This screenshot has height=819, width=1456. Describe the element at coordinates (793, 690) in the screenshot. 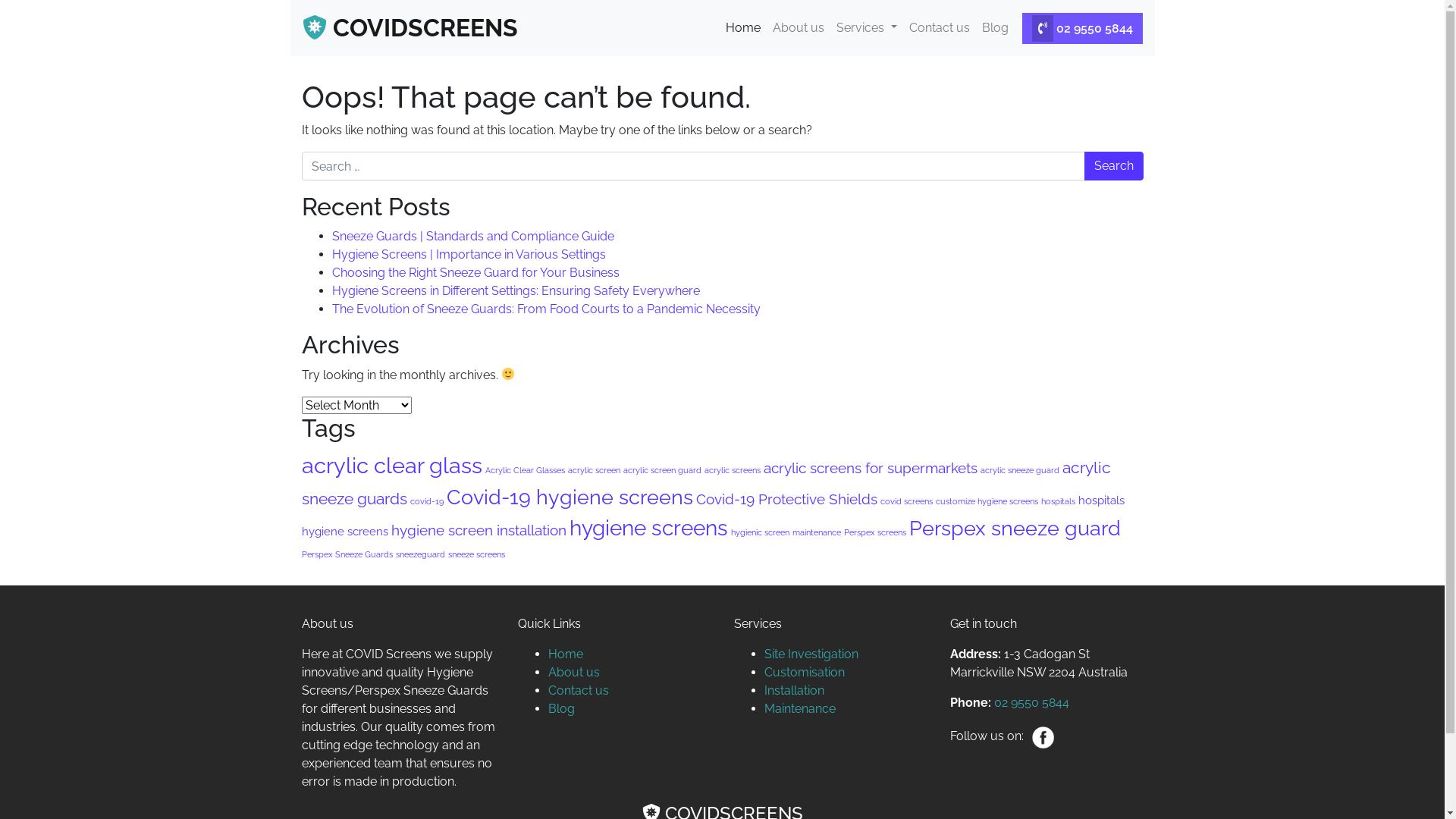

I see `'Installation'` at that location.